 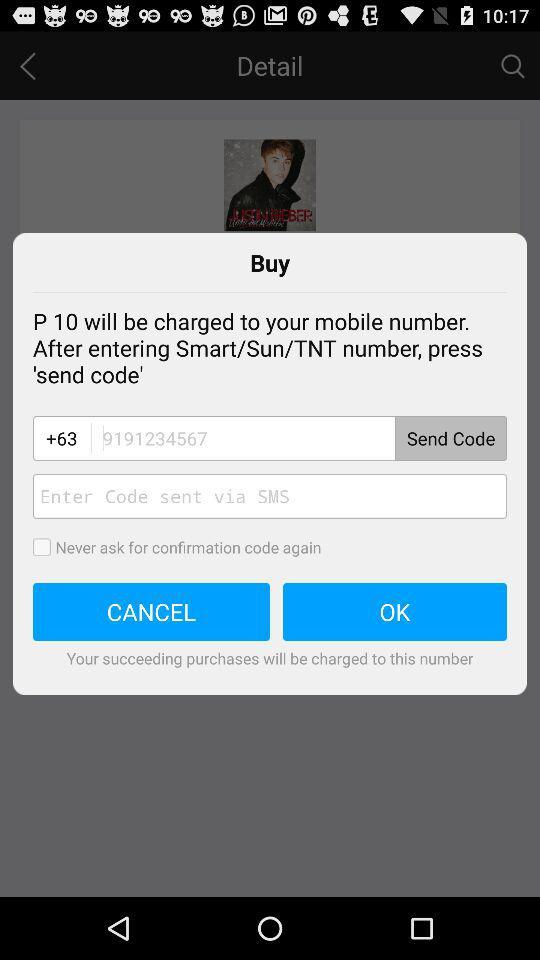 What do you see at coordinates (270, 495) in the screenshot?
I see `sms code` at bounding box center [270, 495].